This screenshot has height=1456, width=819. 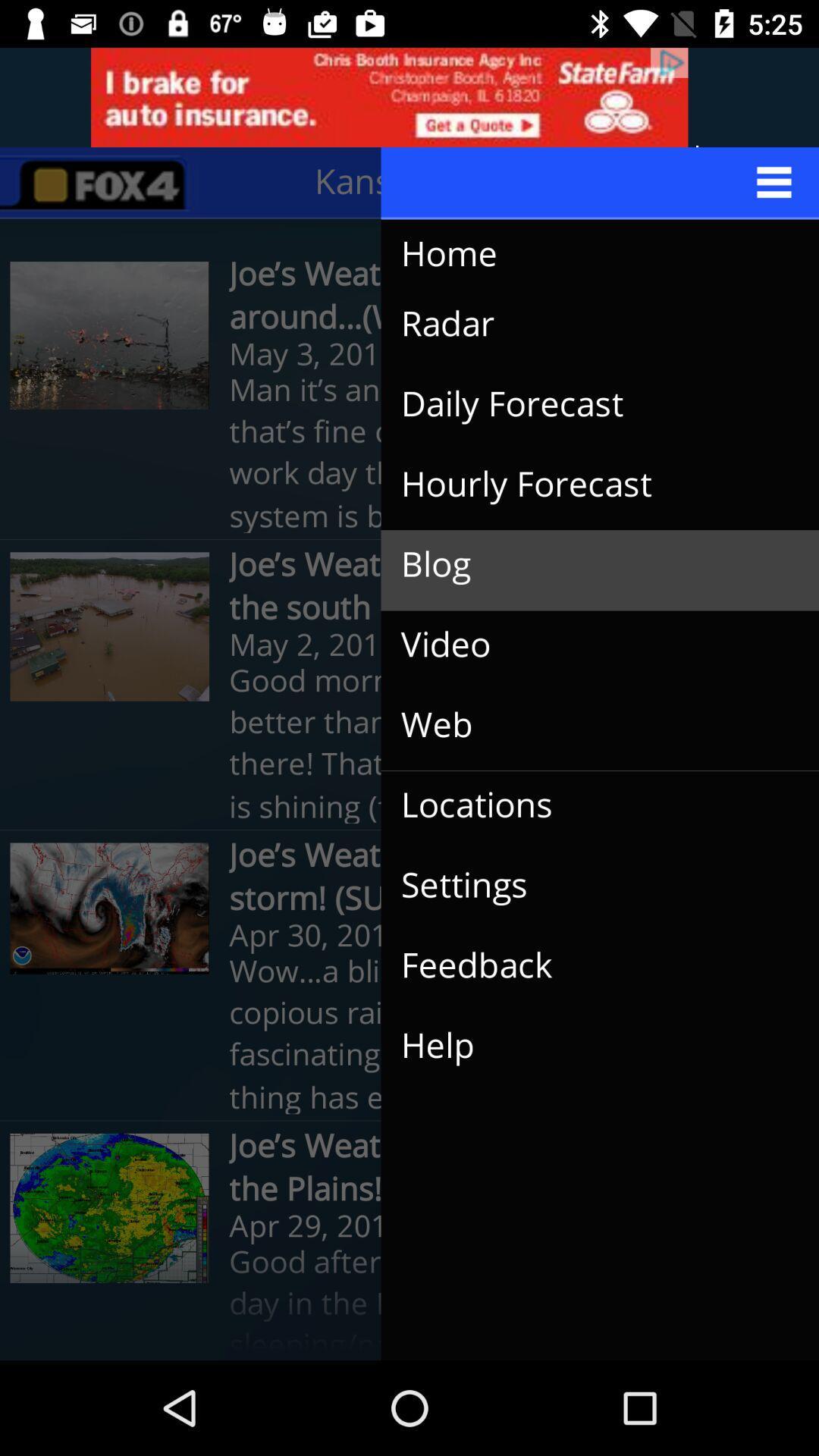 I want to click on item below may 3 2017, so click(x=587, y=404).